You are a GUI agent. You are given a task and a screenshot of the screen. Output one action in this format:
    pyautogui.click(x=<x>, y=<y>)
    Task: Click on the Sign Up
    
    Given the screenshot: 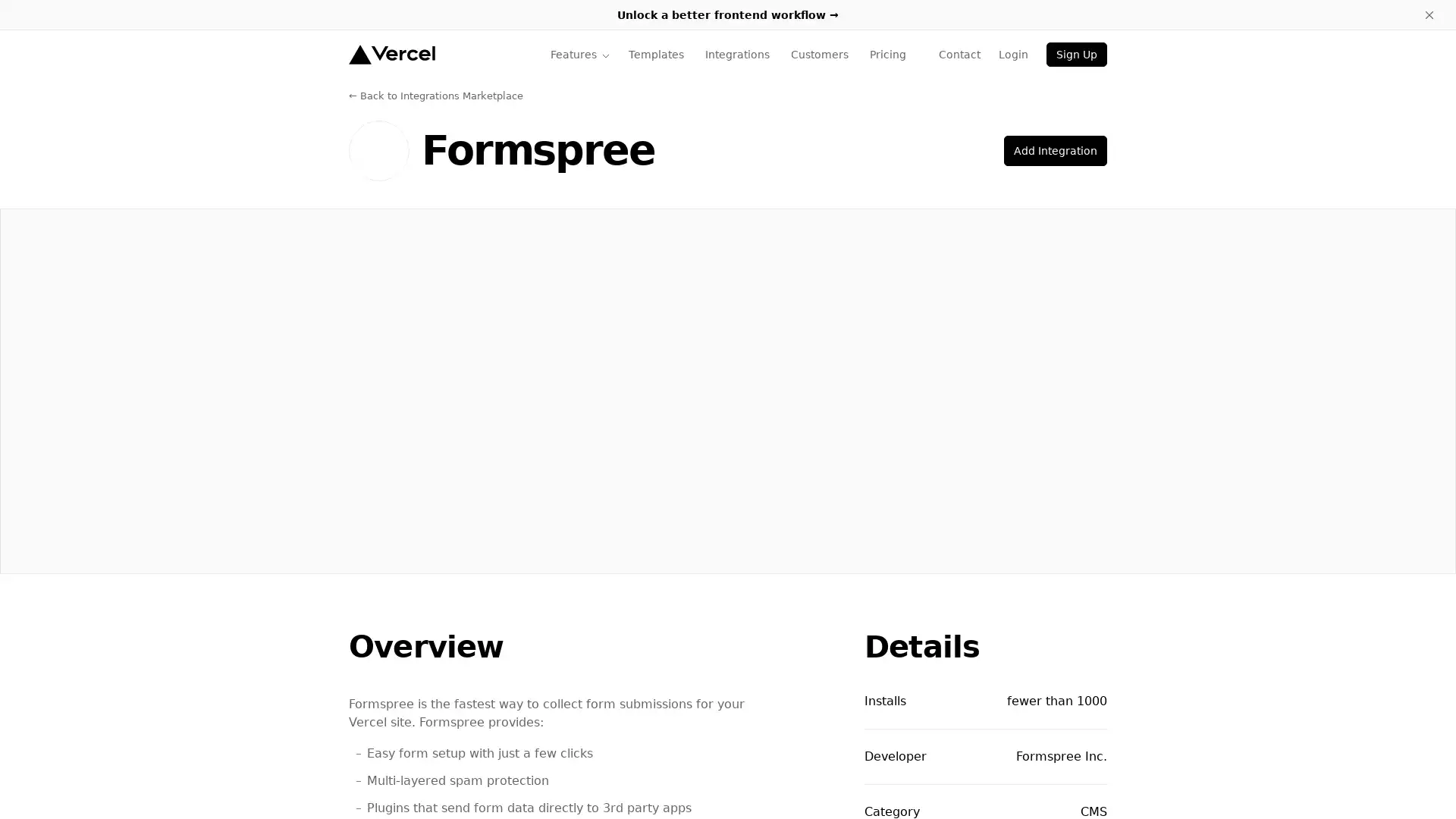 What is the action you would take?
    pyautogui.click(x=1076, y=54)
    